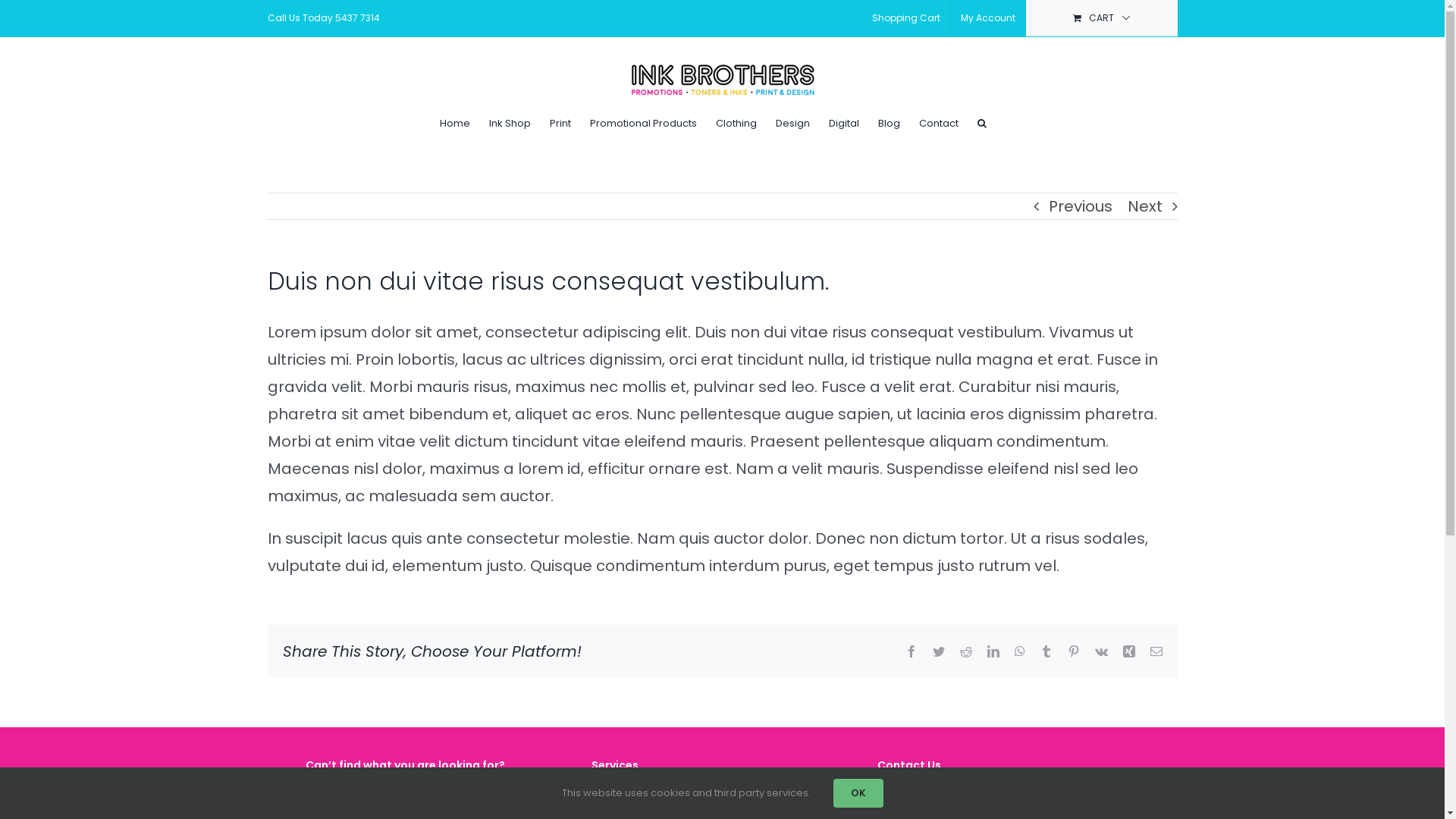 Image resolution: width=1456 pixels, height=819 pixels. I want to click on 'Contact', so click(938, 122).